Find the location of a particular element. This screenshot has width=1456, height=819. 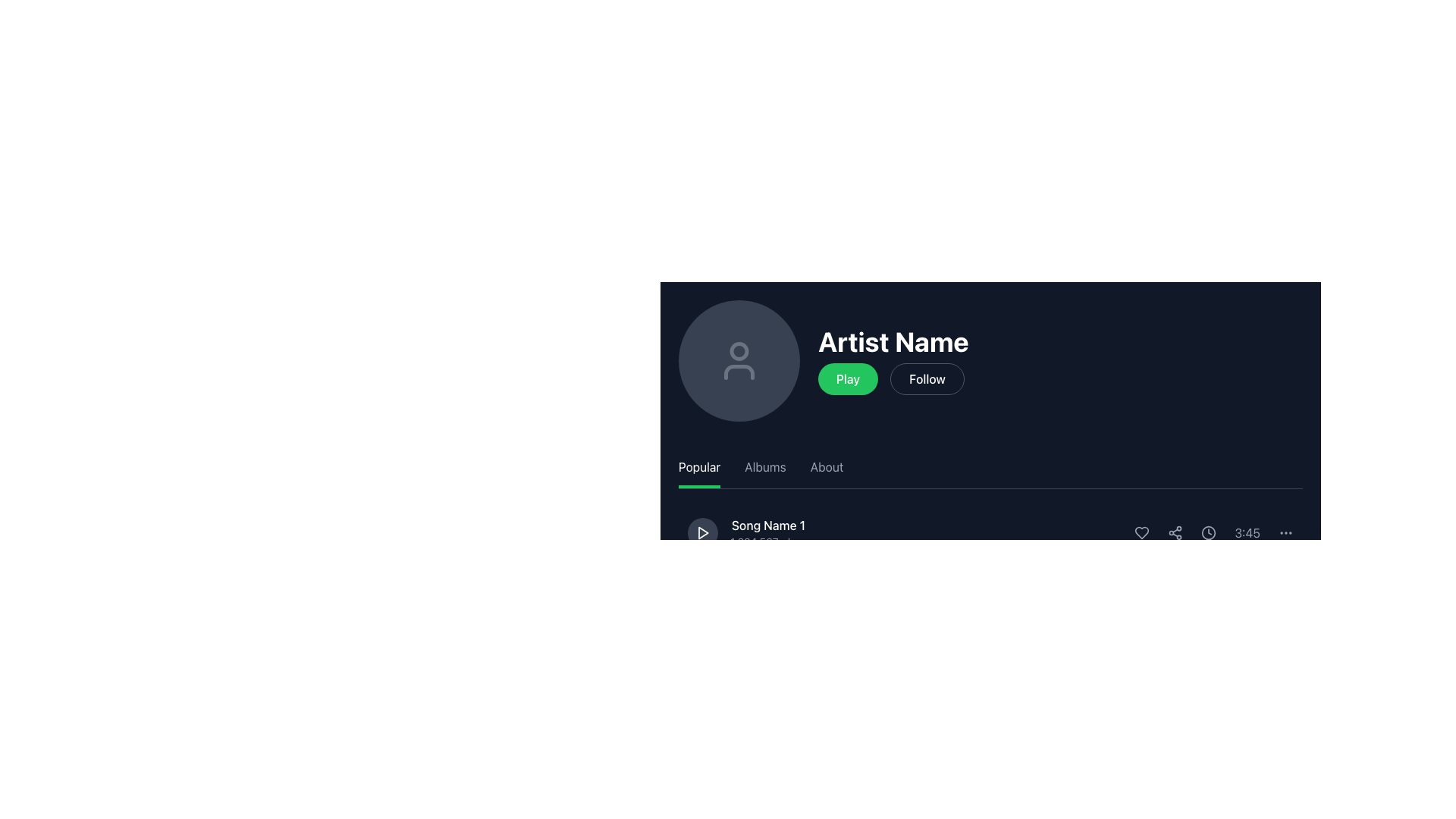

the small triangular play icon located near the left side of the list of songs is located at coordinates (702, 532).